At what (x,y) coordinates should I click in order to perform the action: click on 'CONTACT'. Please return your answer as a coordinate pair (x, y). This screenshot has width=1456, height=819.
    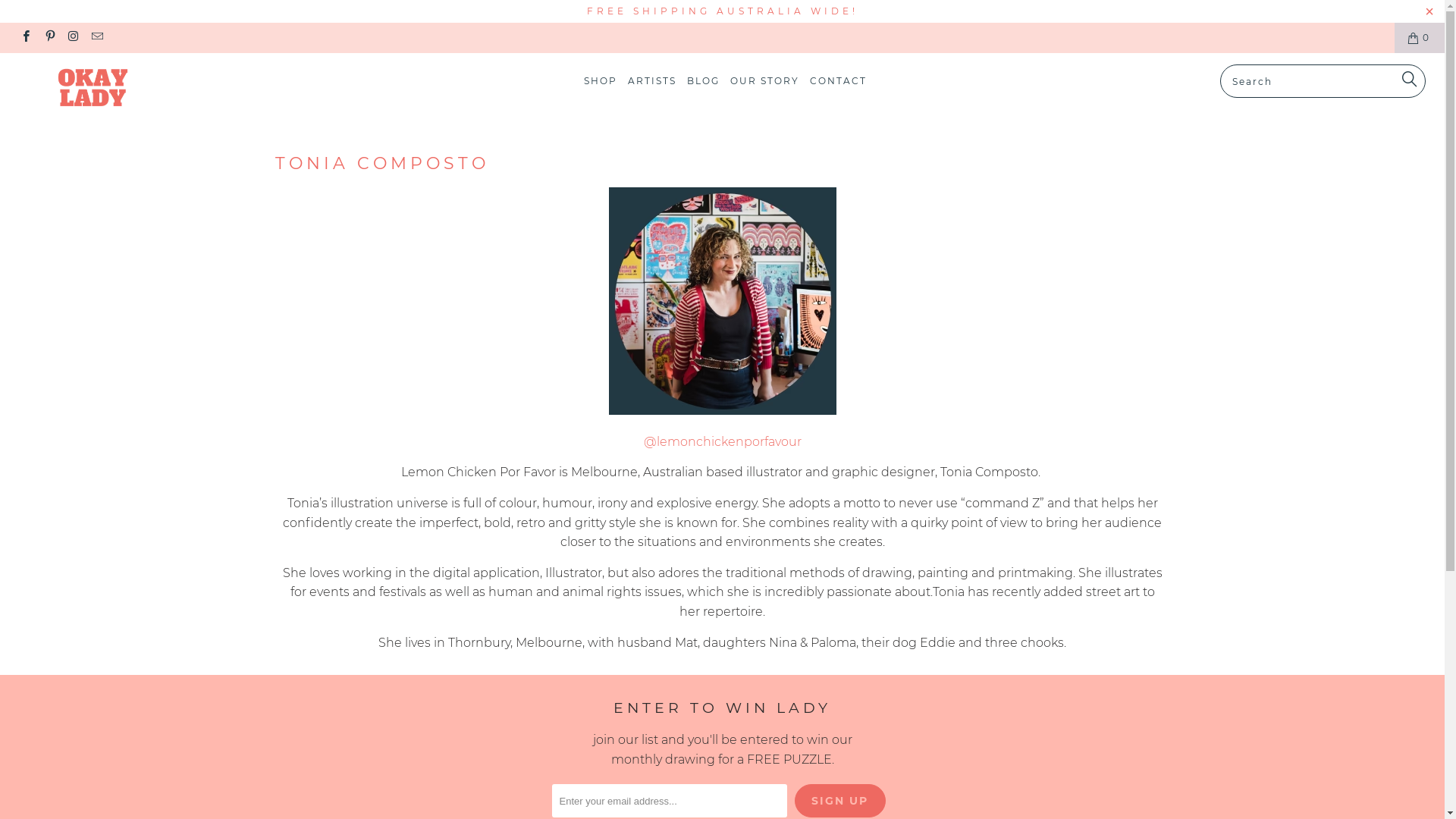
    Looking at the image, I should click on (837, 81).